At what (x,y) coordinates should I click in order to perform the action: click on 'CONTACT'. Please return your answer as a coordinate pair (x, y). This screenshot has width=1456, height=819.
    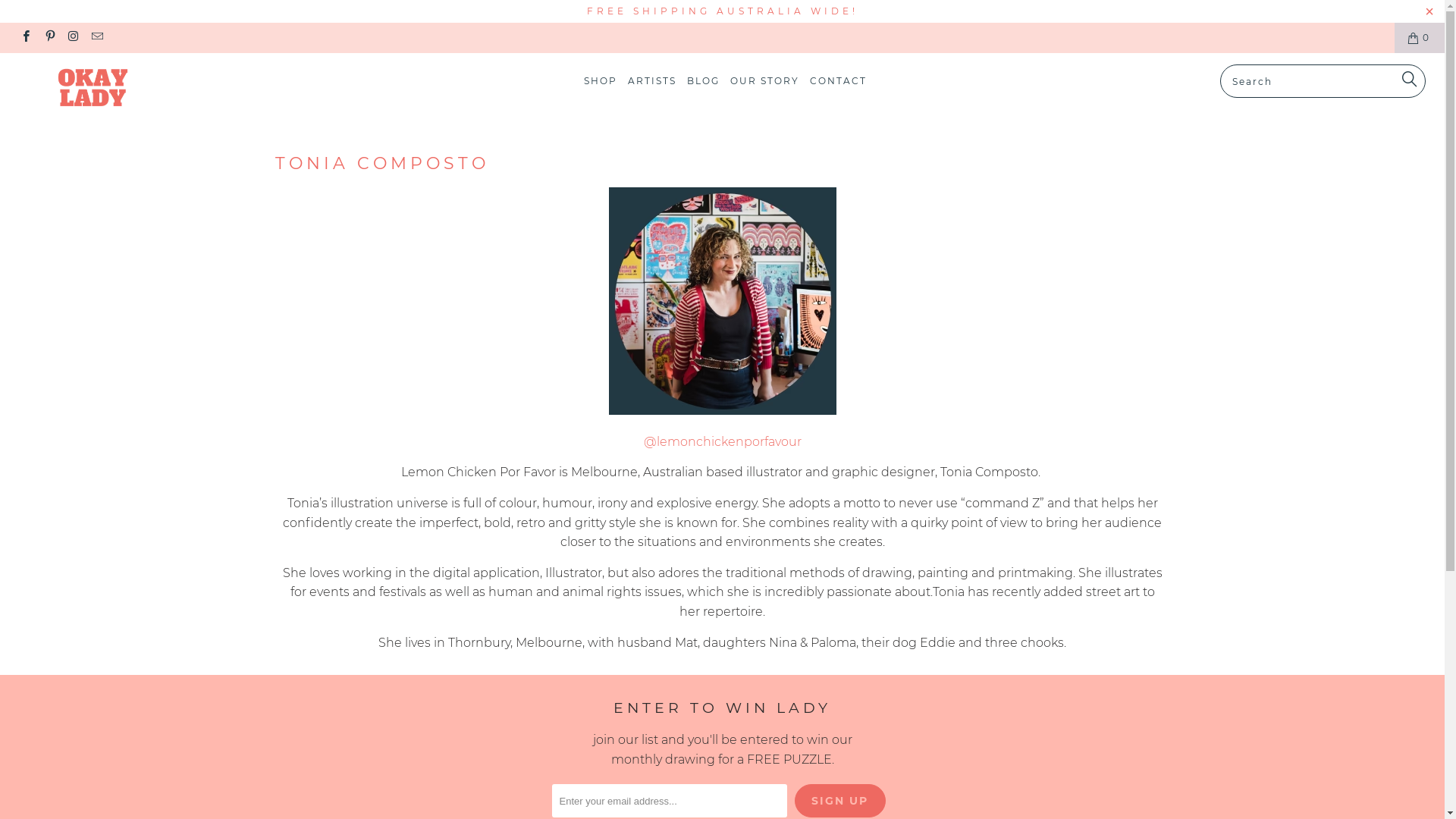
    Looking at the image, I should click on (837, 81).